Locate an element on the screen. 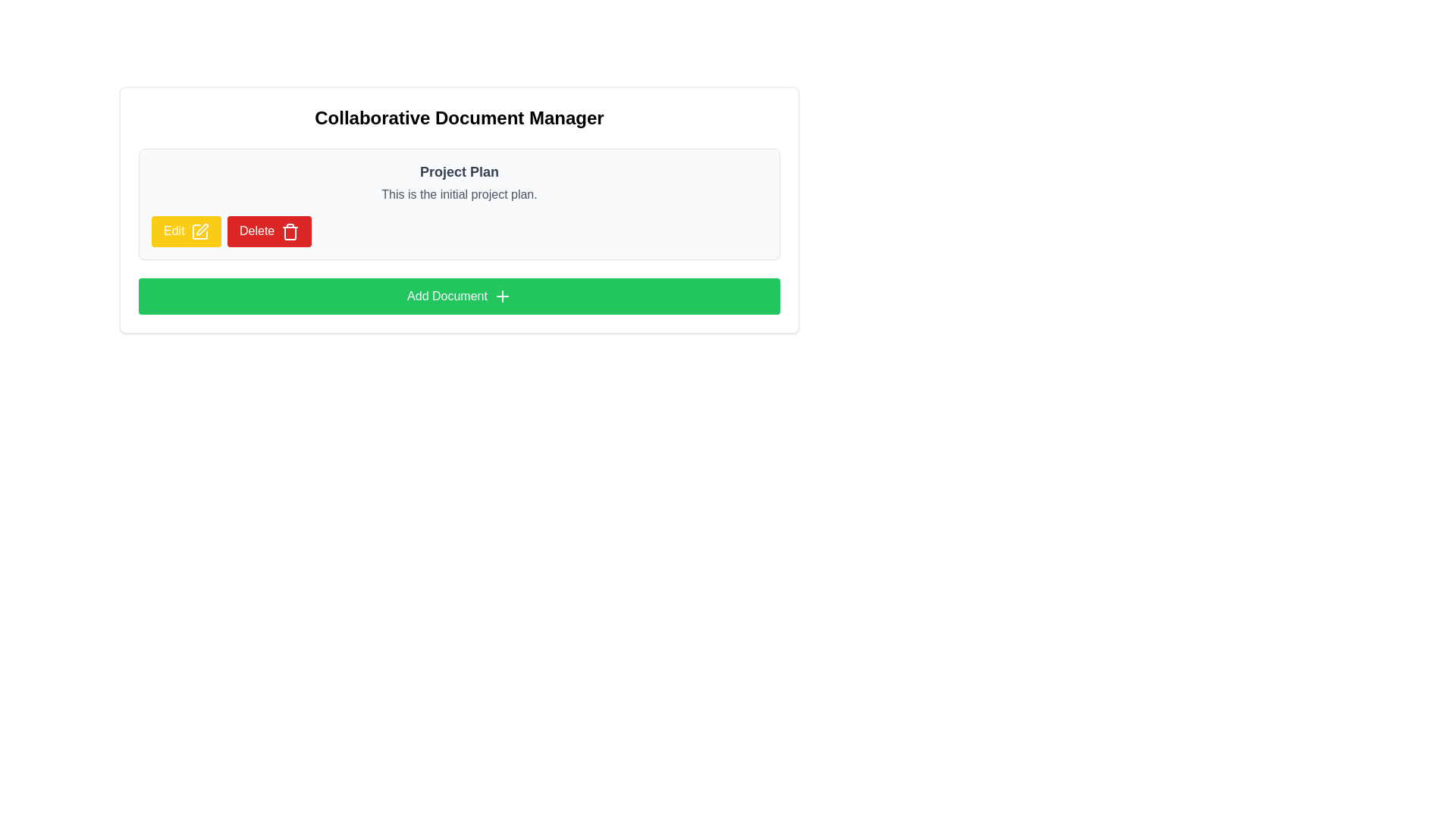  the deletion icon located within the Delete button area, adjacent to the Edit button in the center-left of the modal is located at coordinates (290, 233).